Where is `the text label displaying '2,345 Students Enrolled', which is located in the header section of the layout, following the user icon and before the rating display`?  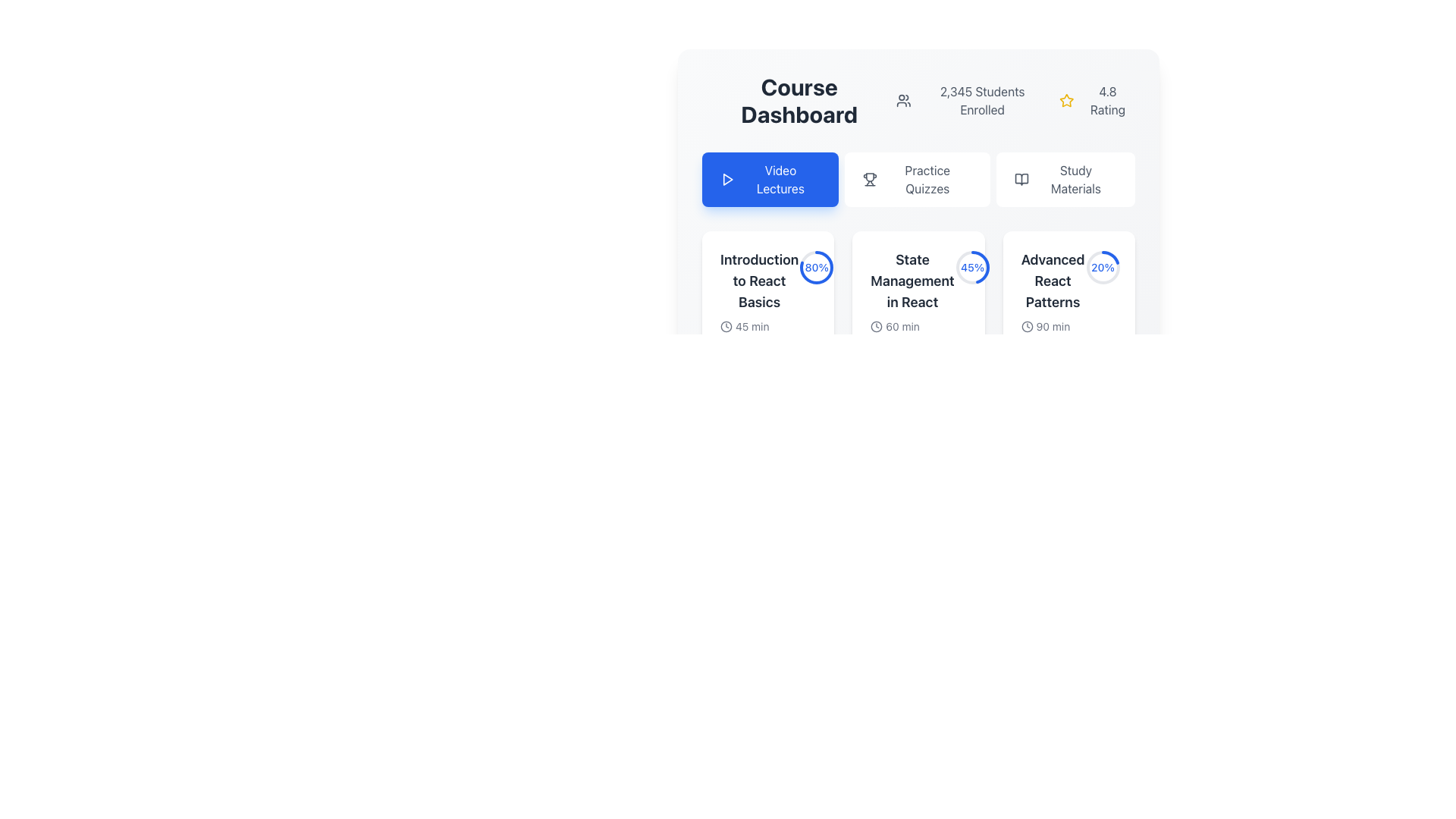
the text label displaying '2,345 Students Enrolled', which is located in the header section of the layout, following the user icon and before the rating display is located at coordinates (982, 100).